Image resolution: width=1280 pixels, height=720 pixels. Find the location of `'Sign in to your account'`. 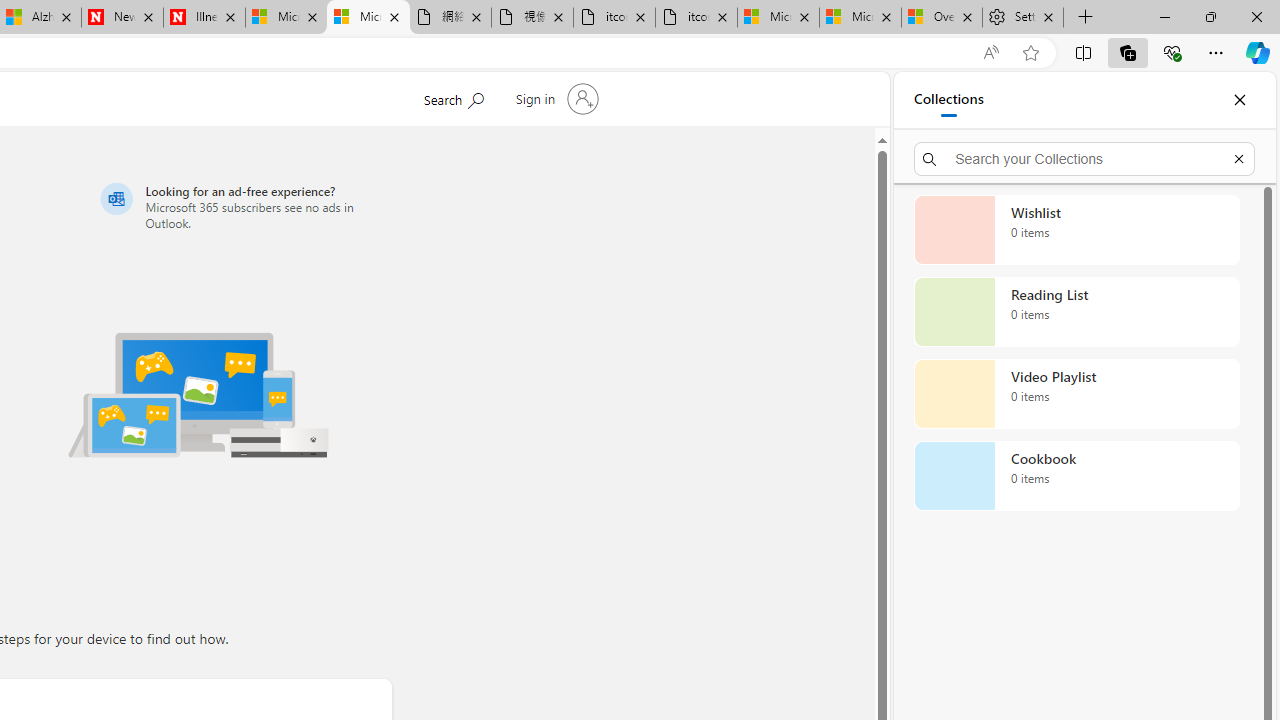

'Sign in to your account' is located at coordinates (554, 99).